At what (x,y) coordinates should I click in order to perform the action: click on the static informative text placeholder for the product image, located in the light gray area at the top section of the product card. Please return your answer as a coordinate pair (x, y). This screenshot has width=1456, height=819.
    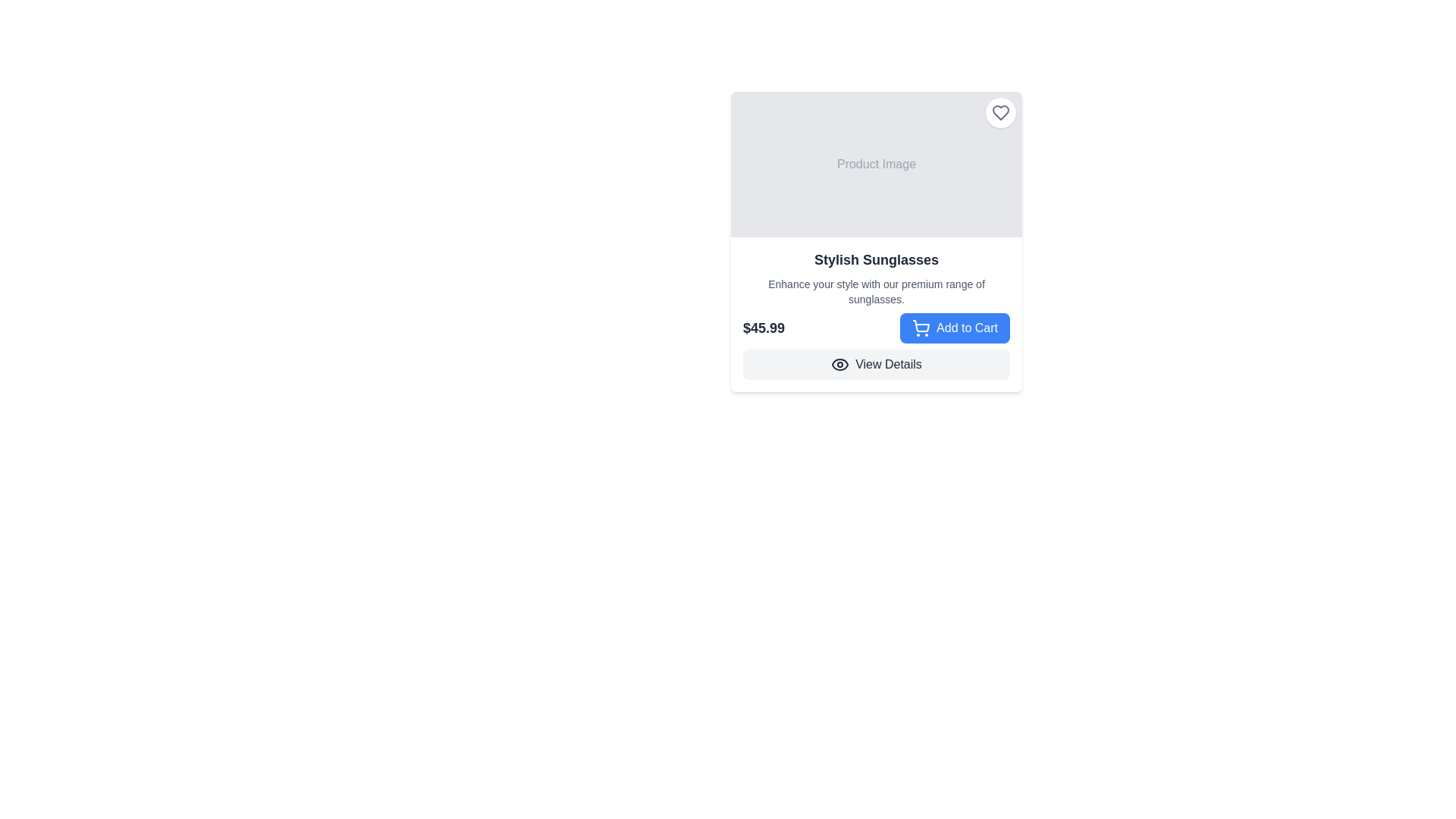
    Looking at the image, I should click on (877, 164).